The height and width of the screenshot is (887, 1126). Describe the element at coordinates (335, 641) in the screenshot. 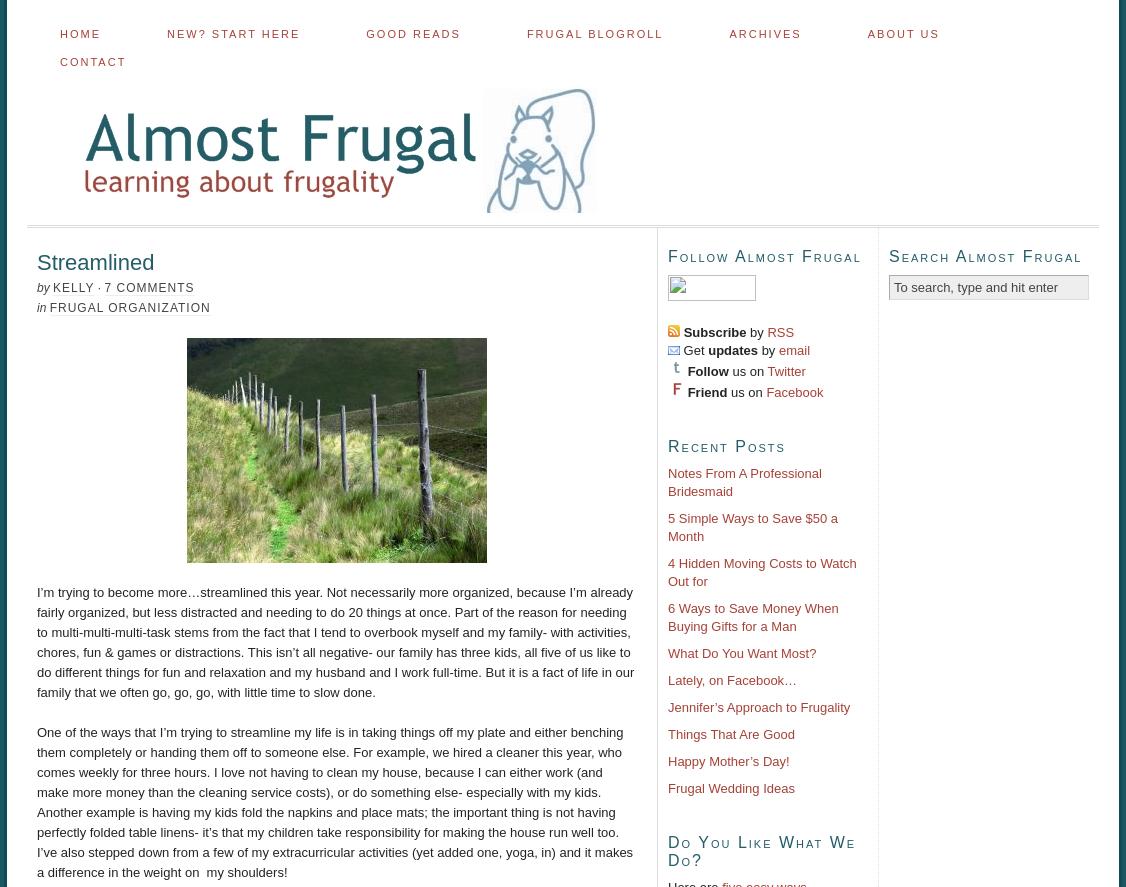

I see `'I’m trying to become more…streamlined this year. Not necessarily more organized, because I’m already fairly organized, but less distracted and needing to do 20 things at once. Part of the reason for needing to multi-multi-multi-task stems from the fact that I tend to overbook myself and my family- with activities, chores, fun & games or distractions. This isn’t all negative- our family has three kids, all five of us like to do different things for fun and relaxation and my husband and I work full-time. But it is a fact of life in our family that we often go, go, go, with little time to slow done.'` at that location.